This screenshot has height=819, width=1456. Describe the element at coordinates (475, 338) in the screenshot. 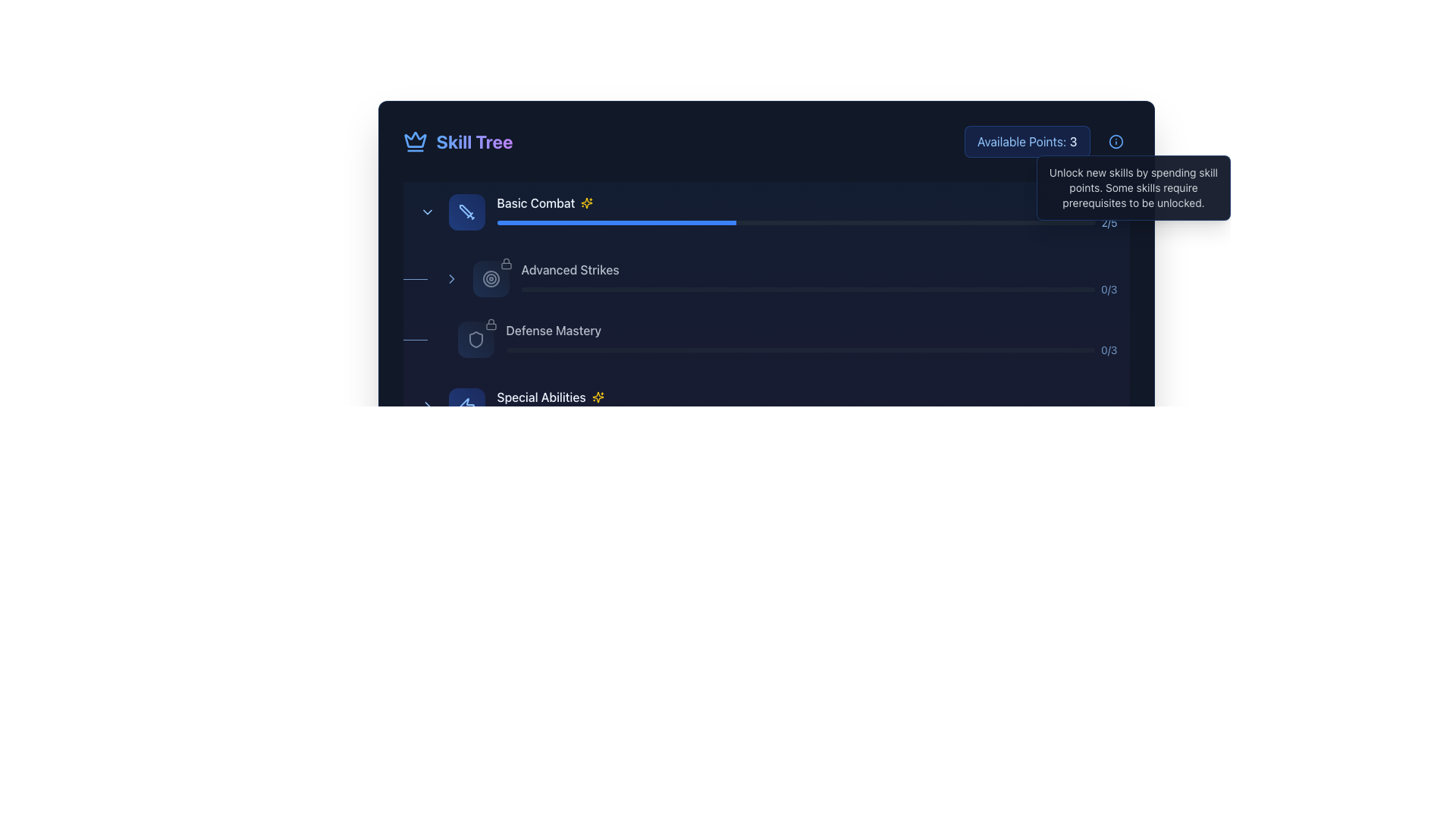

I see `the shield-shaped icon with a dark gray outline, located in the skill selection interface adjacent to the 'Defense Mastery' label` at that location.